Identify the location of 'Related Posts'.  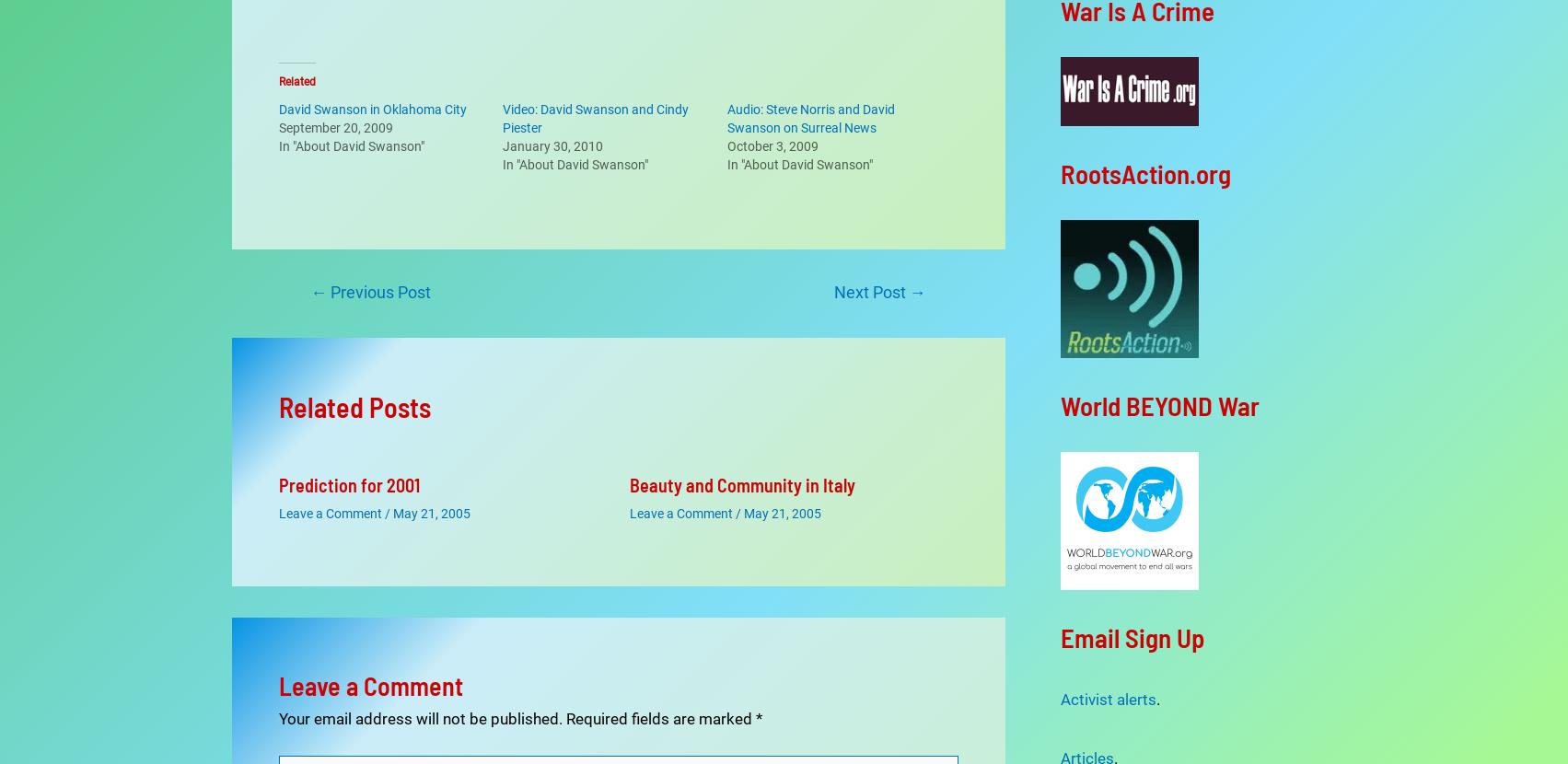
(354, 354).